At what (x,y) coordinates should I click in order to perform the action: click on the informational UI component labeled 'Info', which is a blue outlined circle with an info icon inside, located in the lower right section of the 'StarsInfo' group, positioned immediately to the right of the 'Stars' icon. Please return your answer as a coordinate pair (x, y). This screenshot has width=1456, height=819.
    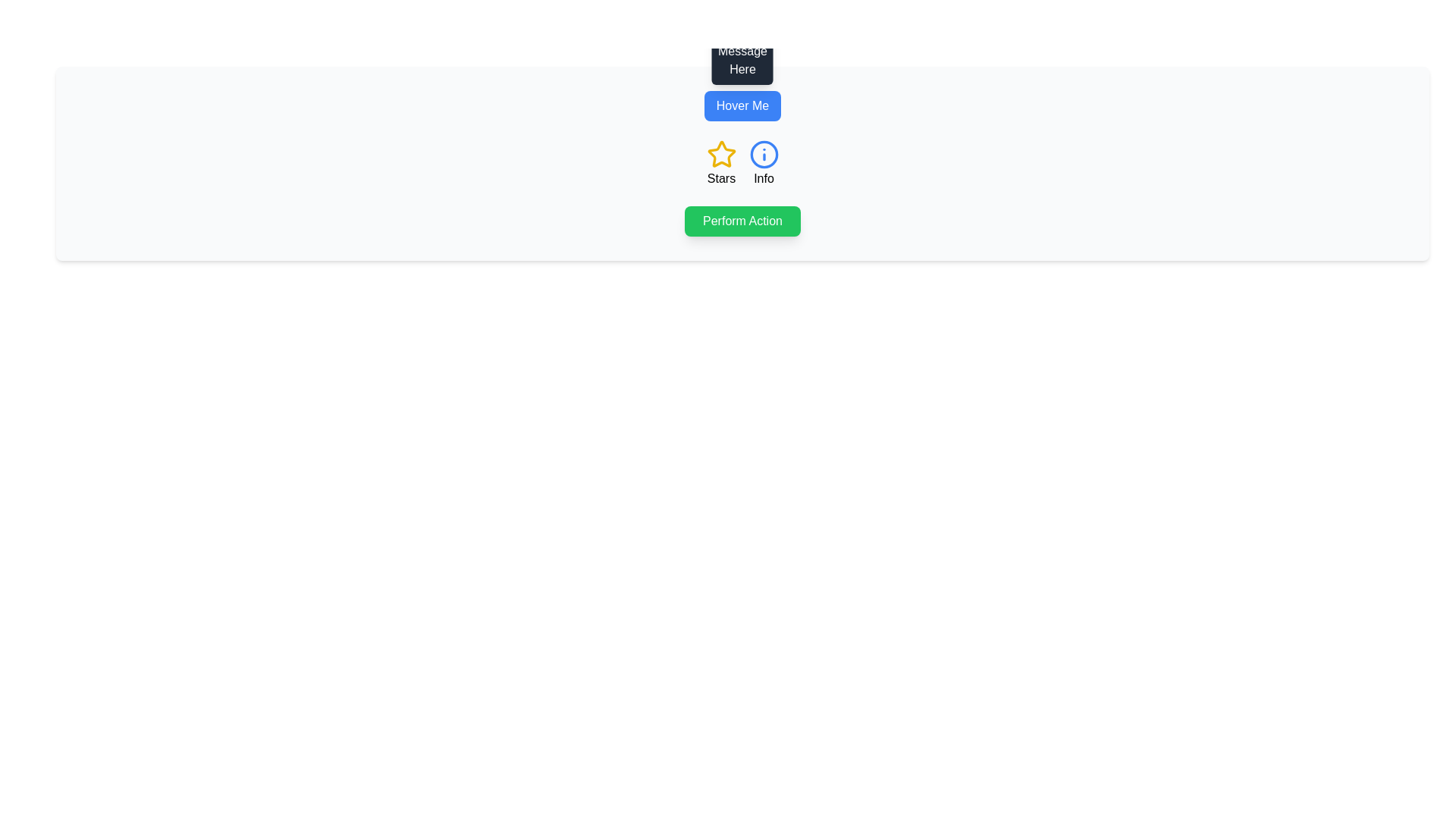
    Looking at the image, I should click on (764, 164).